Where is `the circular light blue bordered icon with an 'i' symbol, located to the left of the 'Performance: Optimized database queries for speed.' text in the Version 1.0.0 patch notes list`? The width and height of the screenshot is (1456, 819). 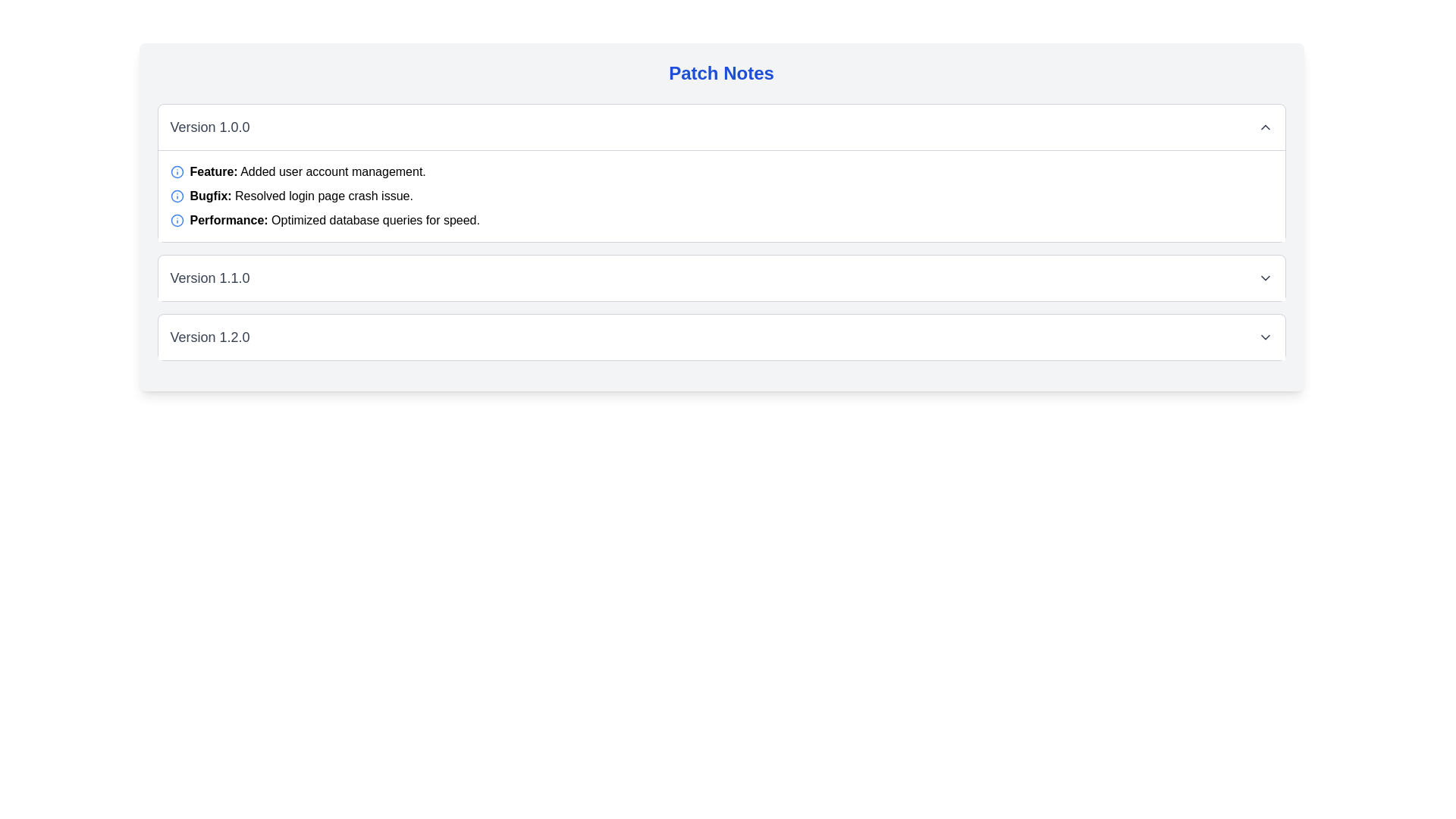
the circular light blue bordered icon with an 'i' symbol, located to the left of the 'Performance: Optimized database queries for speed.' text in the Version 1.0.0 patch notes list is located at coordinates (177, 220).